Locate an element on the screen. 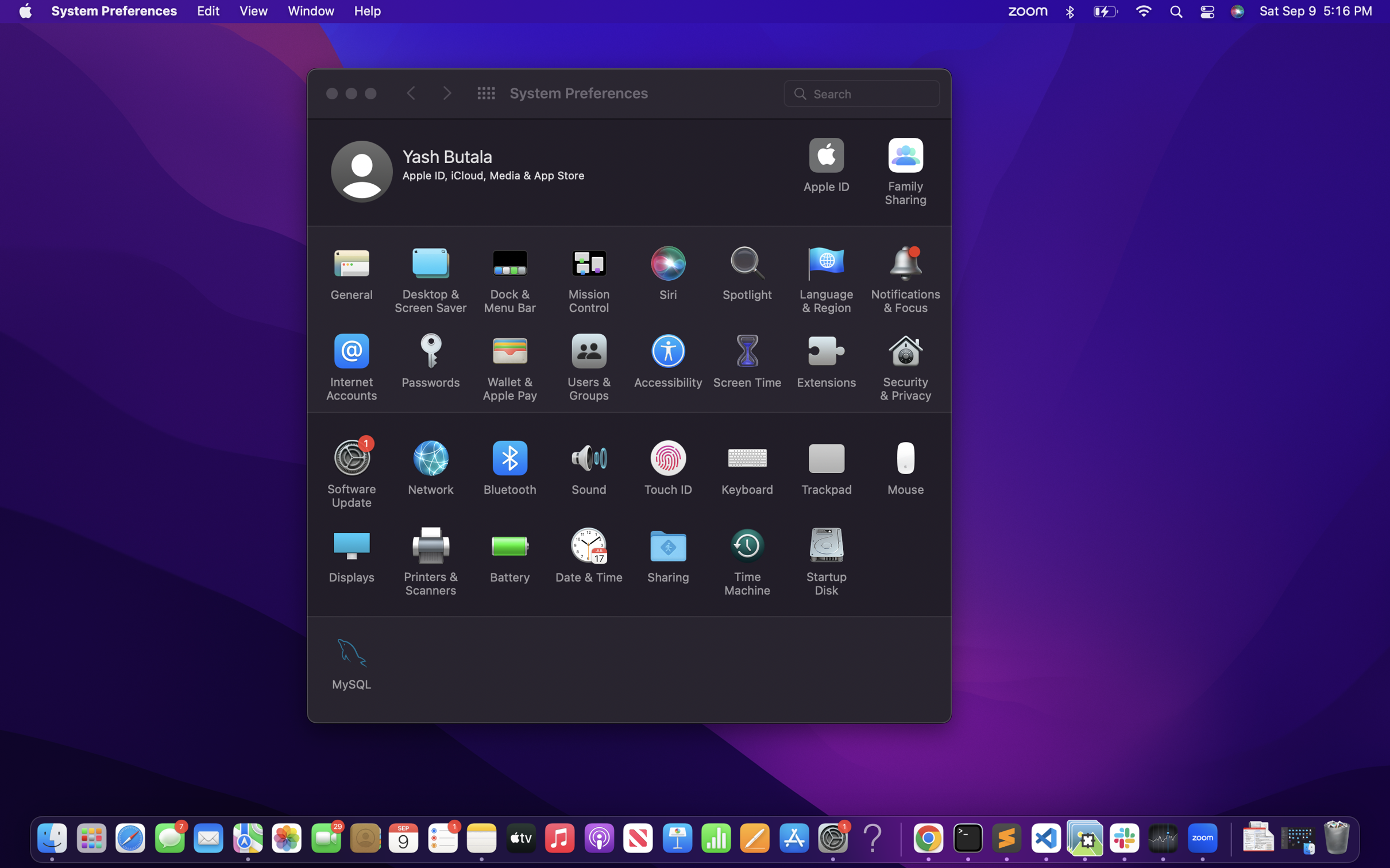  Navigate the adjustments needed to switch the principal printer is located at coordinates (427, 559).